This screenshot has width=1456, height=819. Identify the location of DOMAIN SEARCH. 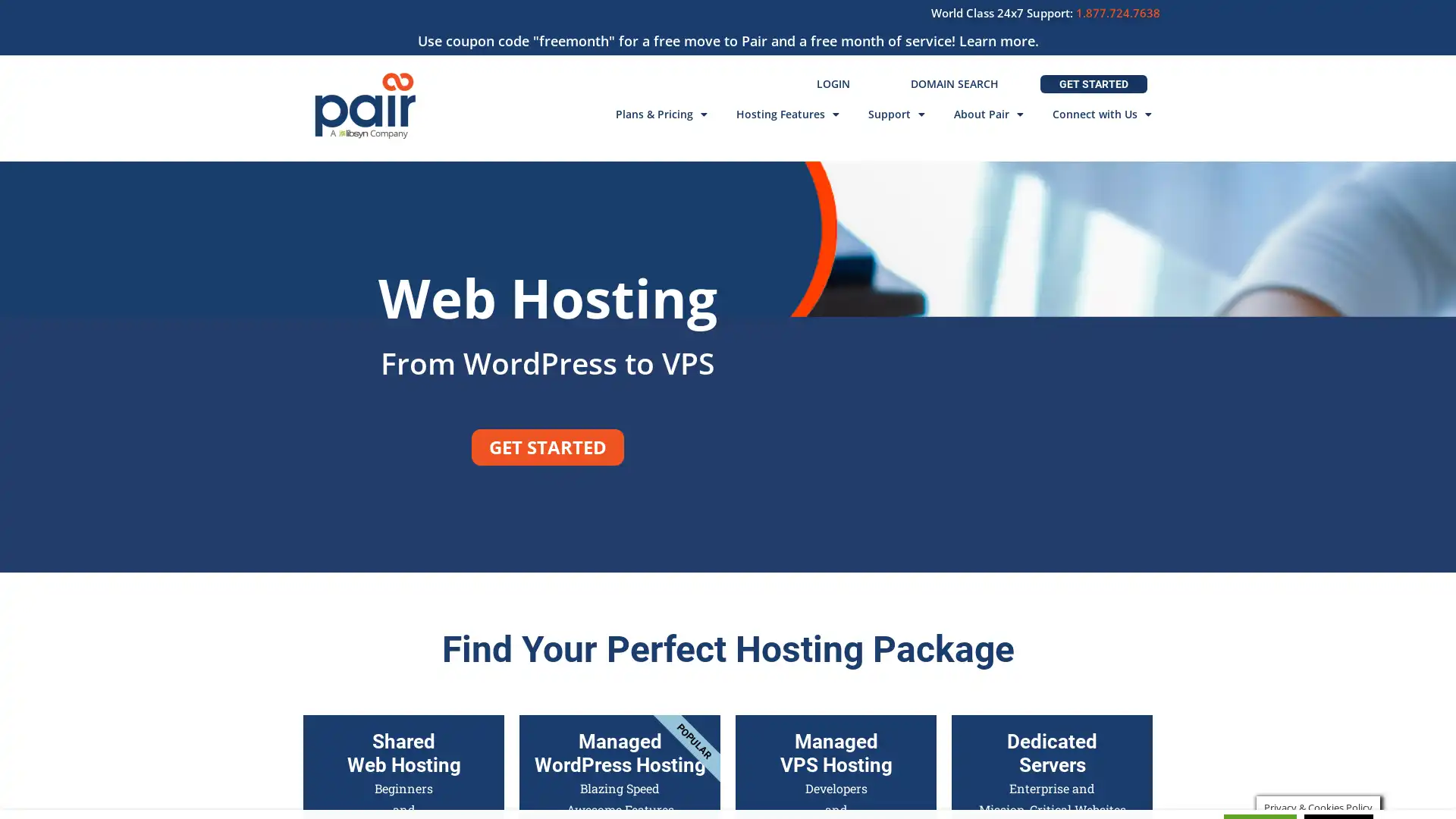
(953, 84).